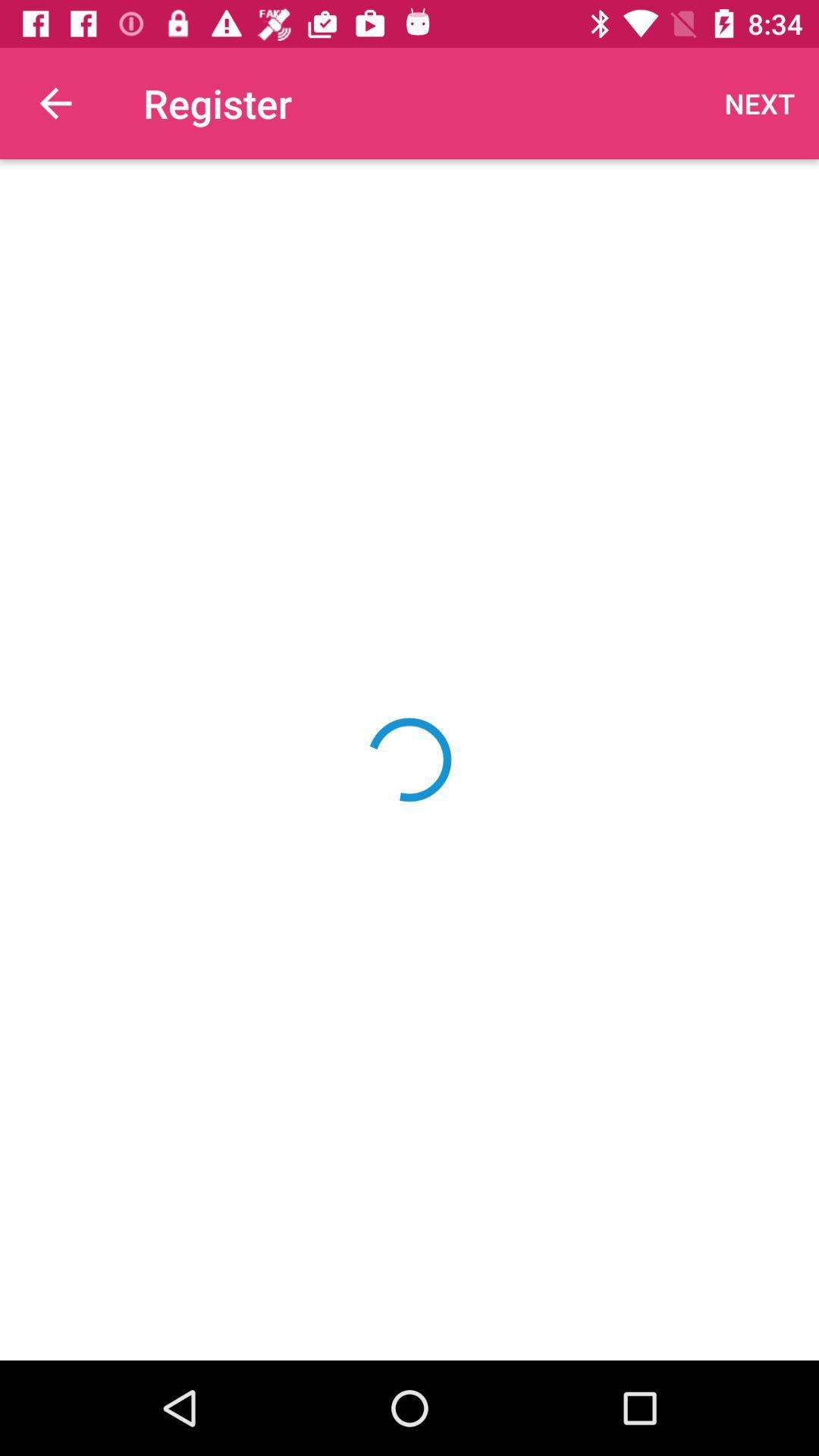 This screenshot has height=1456, width=819. Describe the element at coordinates (760, 102) in the screenshot. I see `next item` at that location.